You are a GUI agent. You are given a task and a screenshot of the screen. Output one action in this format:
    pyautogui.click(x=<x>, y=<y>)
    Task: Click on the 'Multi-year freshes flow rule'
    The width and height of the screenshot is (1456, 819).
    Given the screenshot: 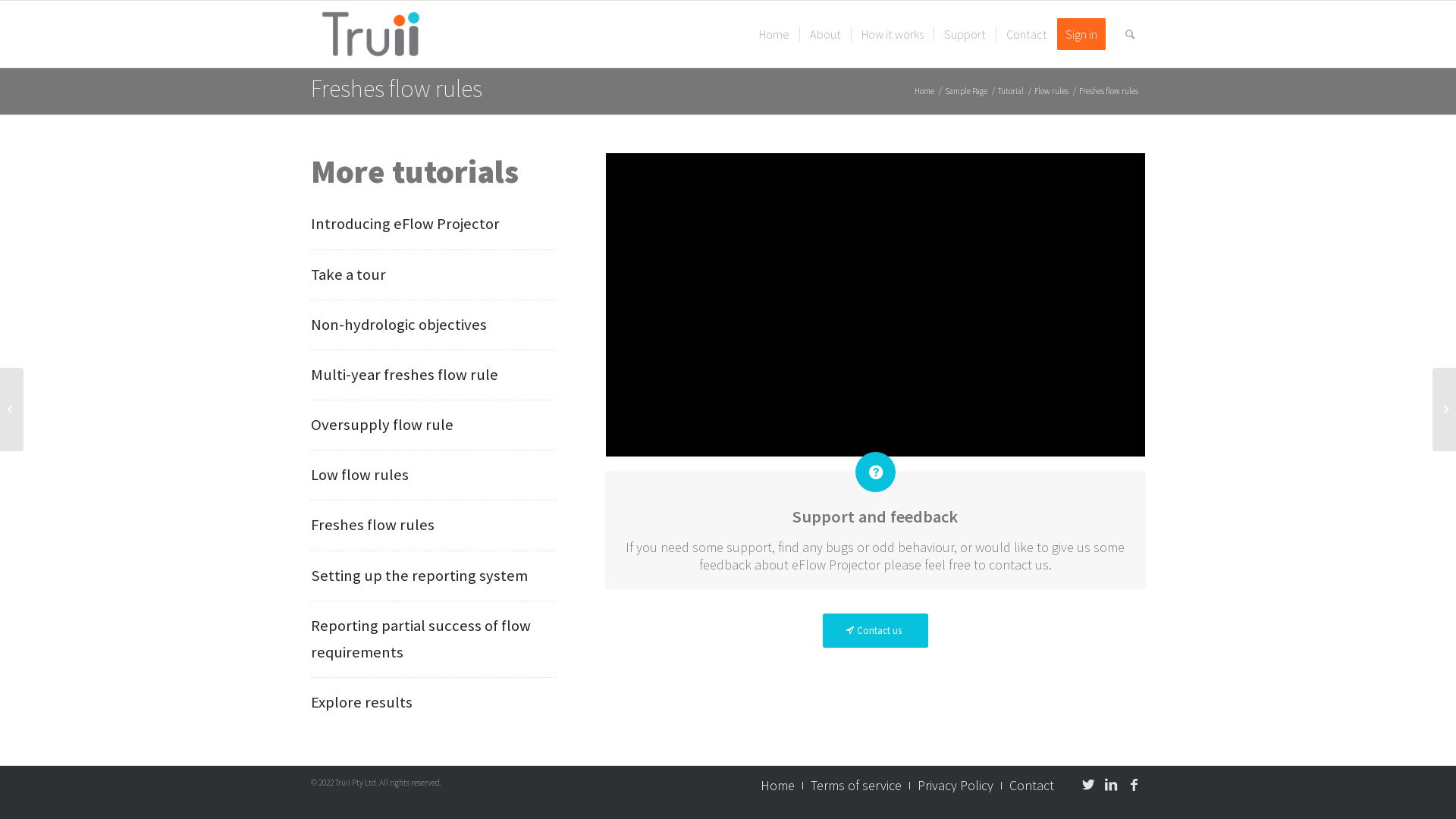 What is the action you would take?
    pyautogui.click(x=404, y=374)
    